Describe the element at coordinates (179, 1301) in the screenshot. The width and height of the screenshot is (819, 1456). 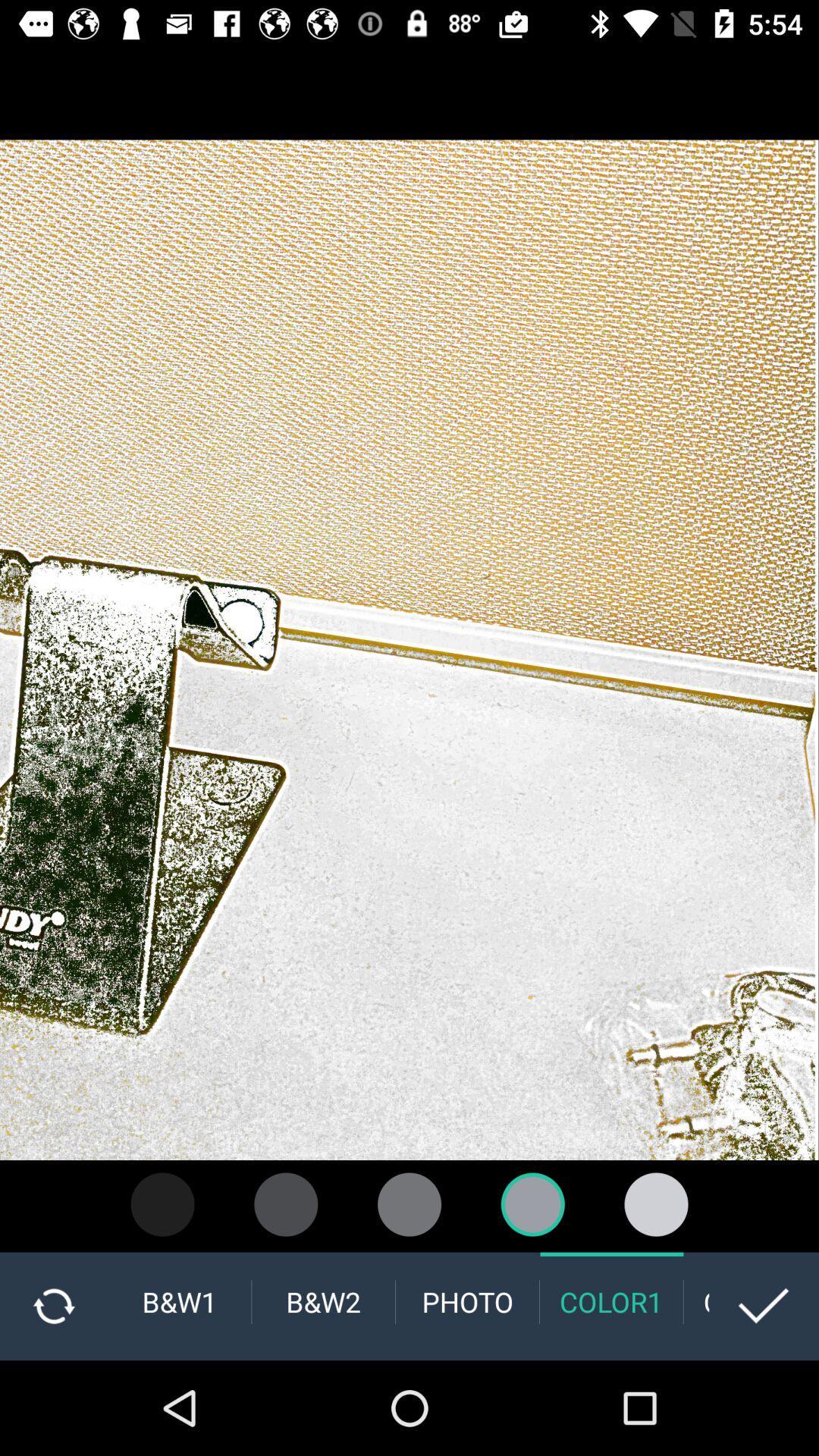
I see `the bw1 option` at that location.